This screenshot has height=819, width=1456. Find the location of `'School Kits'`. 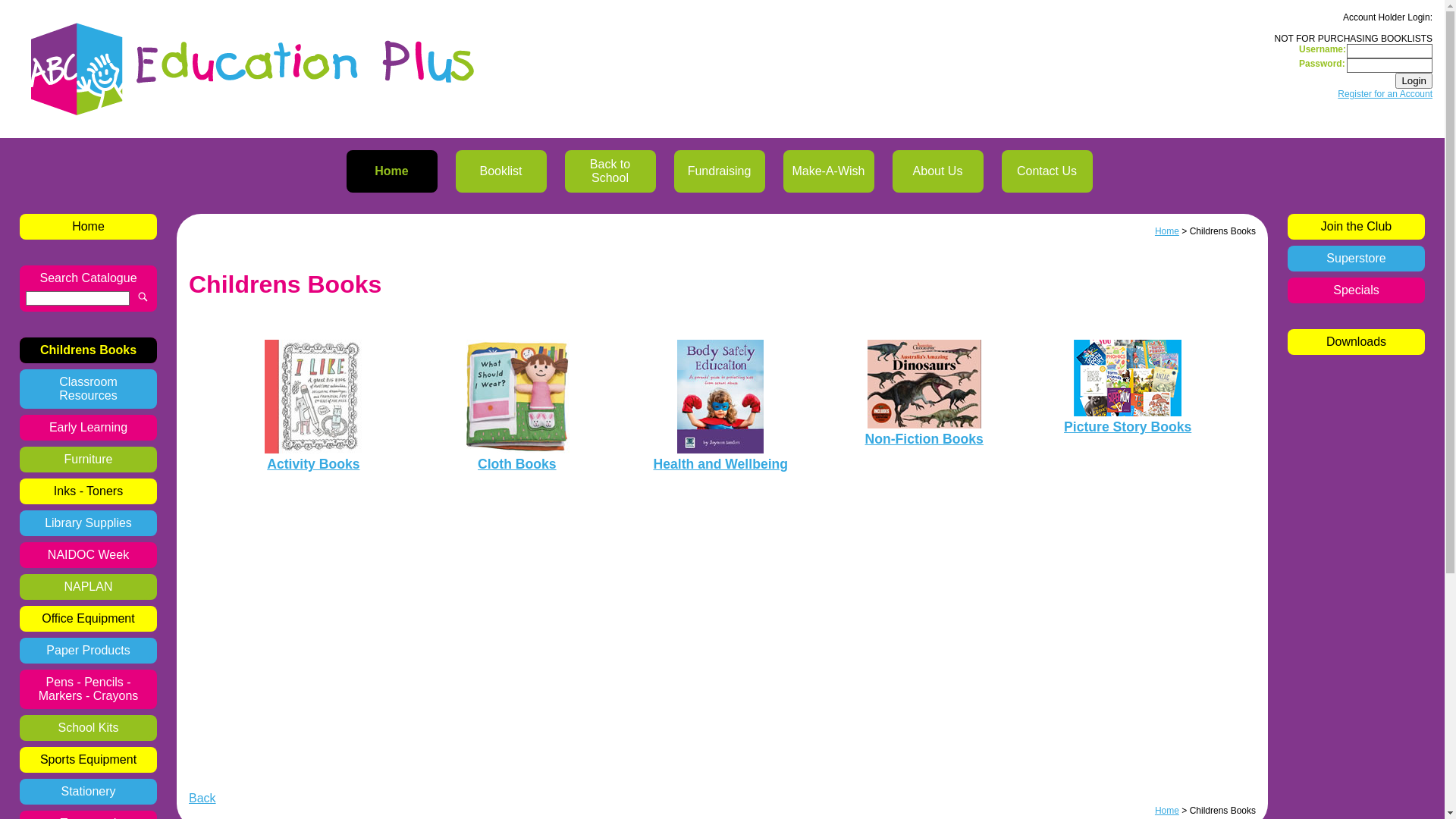

'School Kits' is located at coordinates (87, 727).